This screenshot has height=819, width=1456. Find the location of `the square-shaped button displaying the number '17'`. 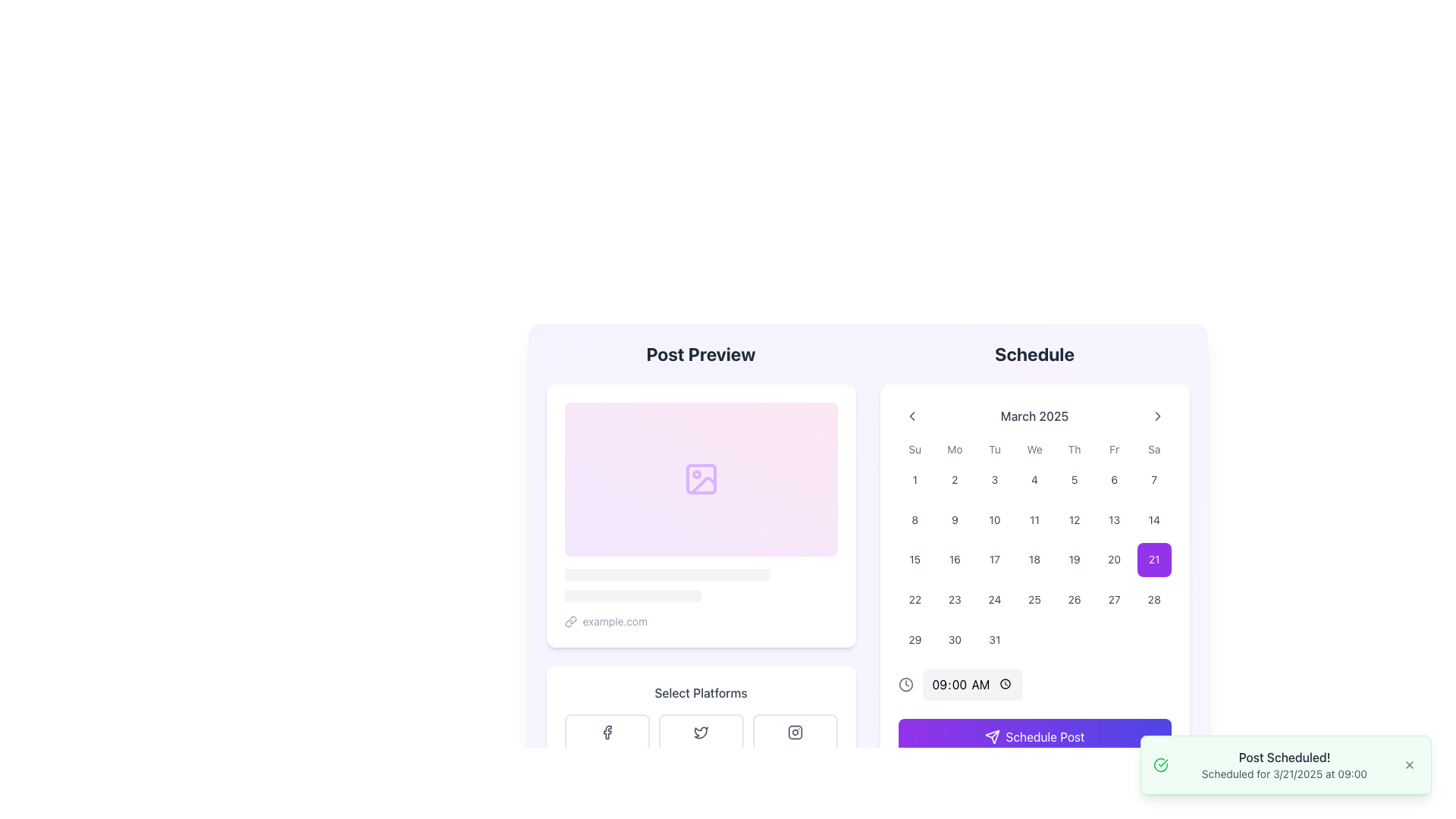

the square-shaped button displaying the number '17' is located at coordinates (994, 560).